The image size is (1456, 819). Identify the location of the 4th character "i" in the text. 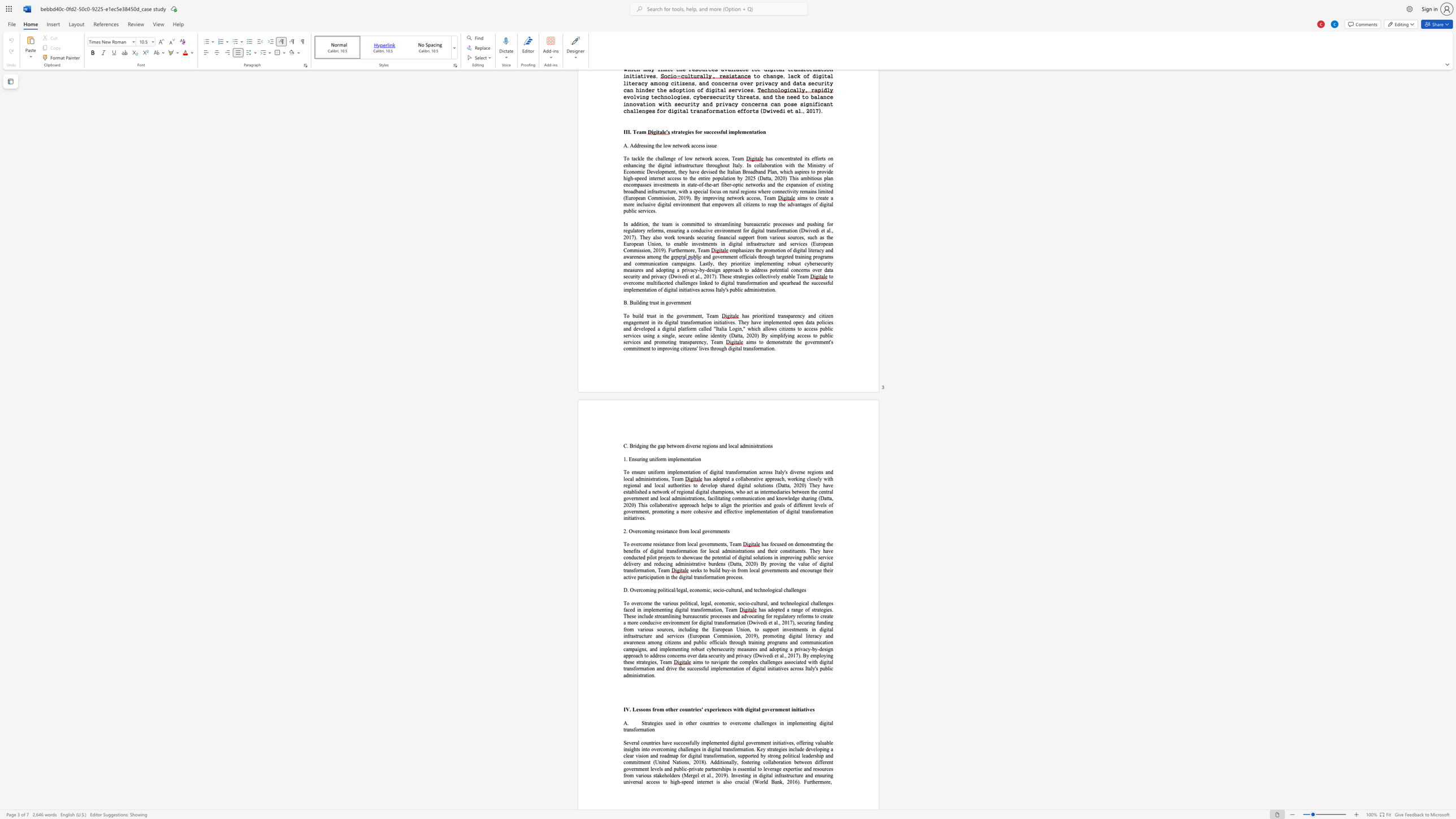
(756, 505).